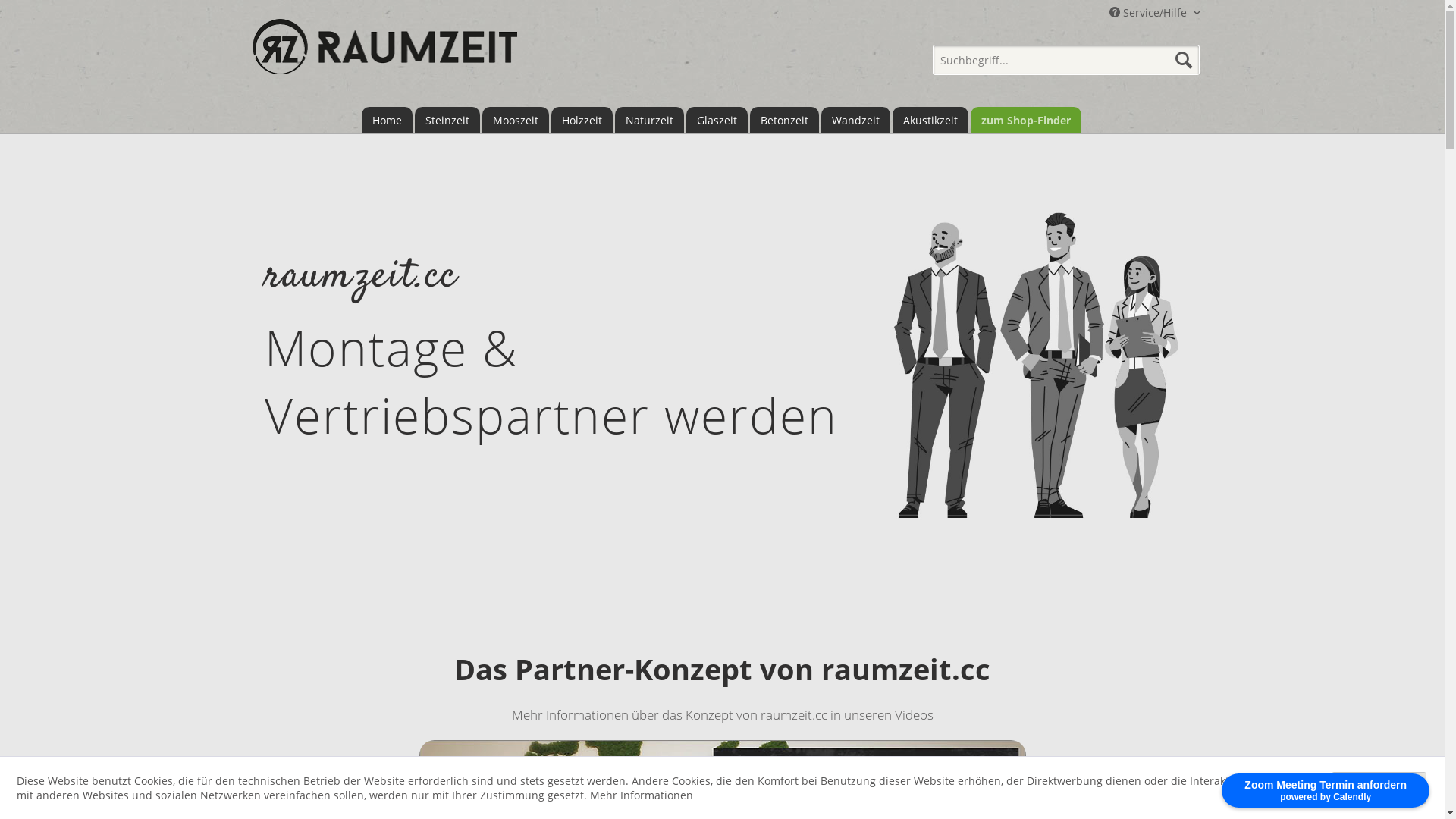 The width and height of the screenshot is (1456, 819). What do you see at coordinates (783, 119) in the screenshot?
I see `'Betonzeit'` at bounding box center [783, 119].